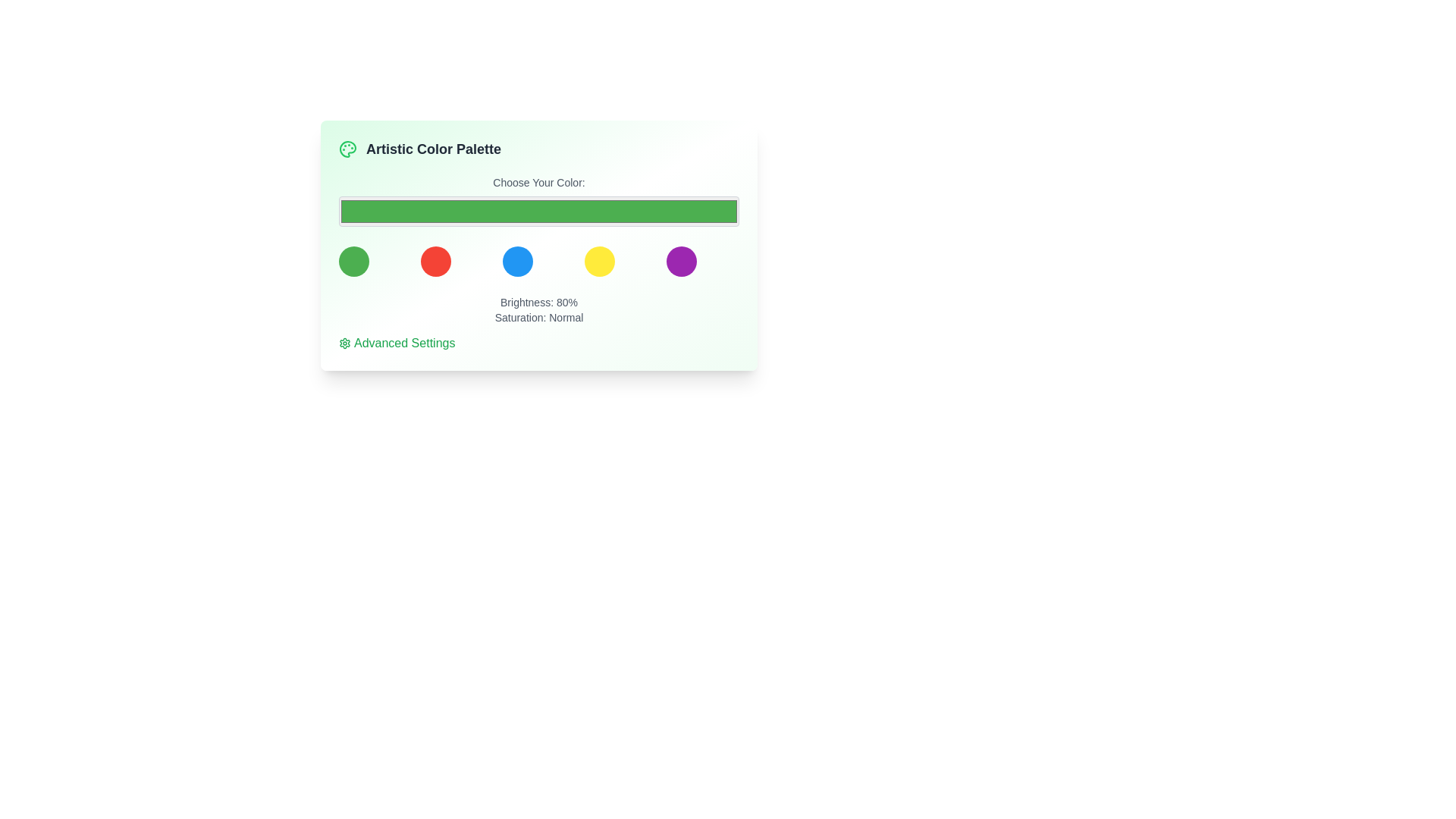  I want to click on the first selectable circular button in the color selection grid to observe the border change, so click(353, 260).